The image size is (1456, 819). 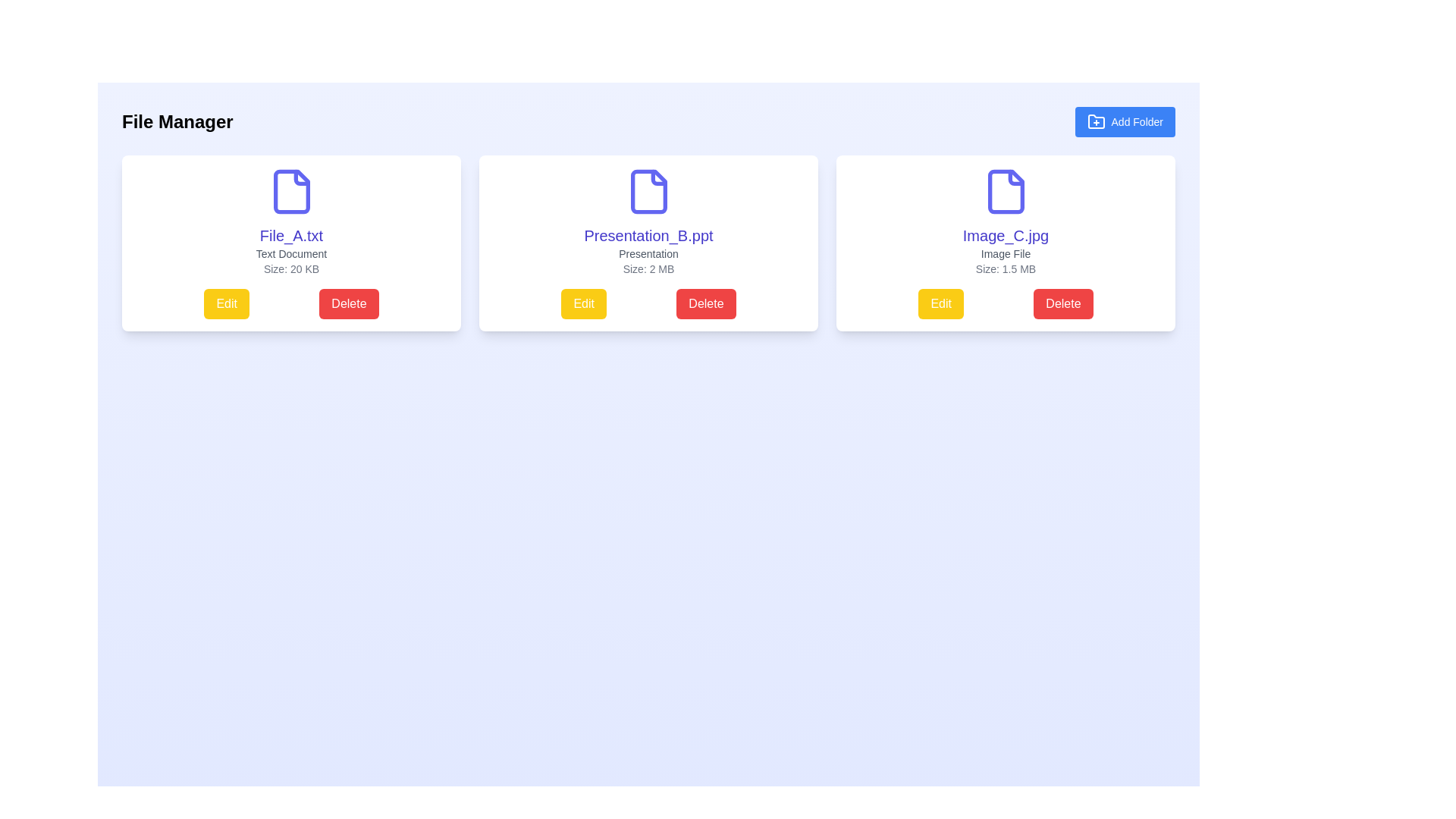 I want to click on the purple document icon with a folded corner, located at the top center of the second card in a grid layout, so click(x=648, y=191).